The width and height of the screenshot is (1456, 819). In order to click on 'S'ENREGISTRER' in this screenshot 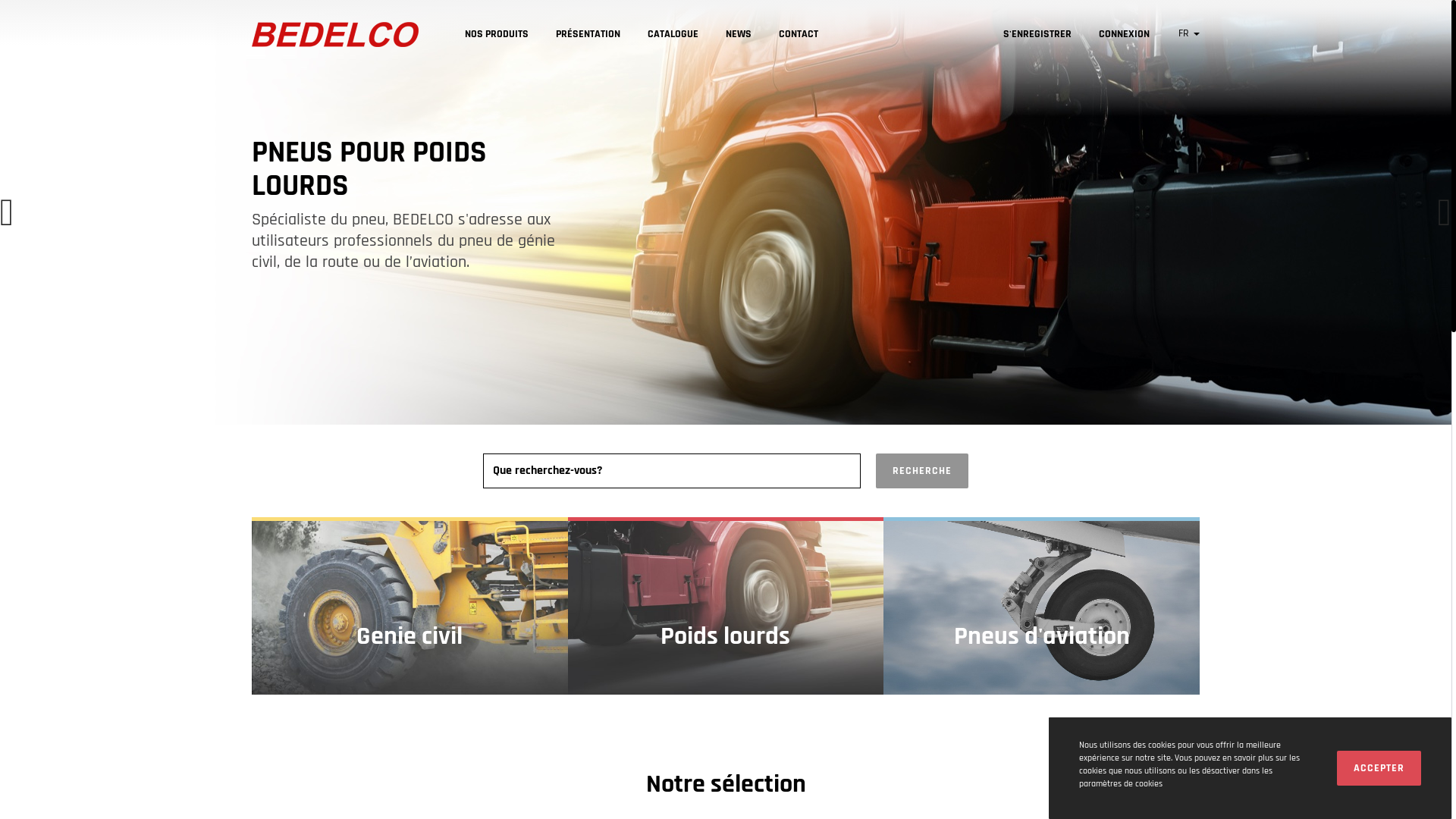, I will do `click(990, 33)`.